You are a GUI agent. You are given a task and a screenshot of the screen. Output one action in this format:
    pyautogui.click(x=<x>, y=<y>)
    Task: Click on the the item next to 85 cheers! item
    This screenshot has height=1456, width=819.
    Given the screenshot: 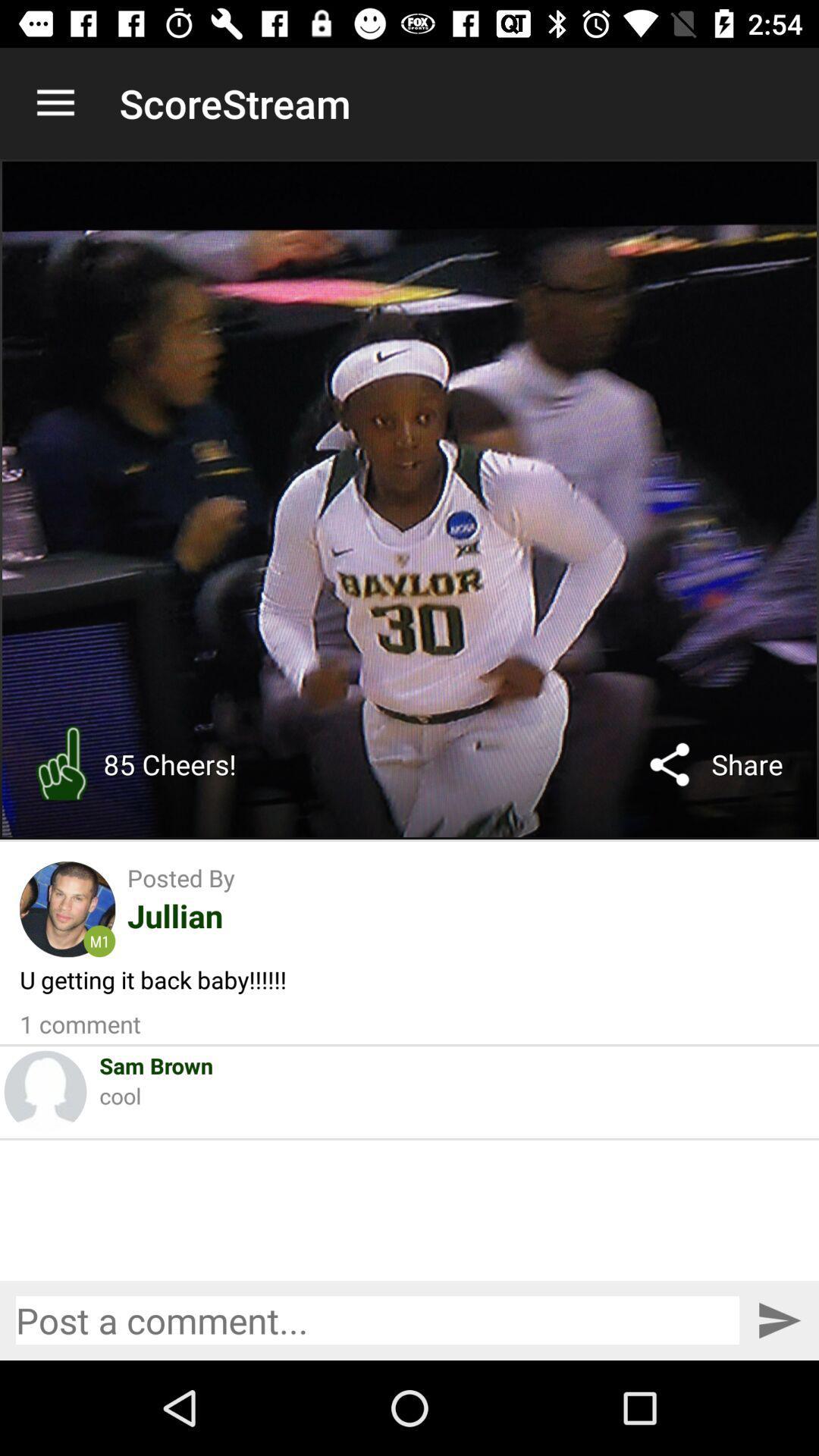 What is the action you would take?
    pyautogui.click(x=61, y=764)
    